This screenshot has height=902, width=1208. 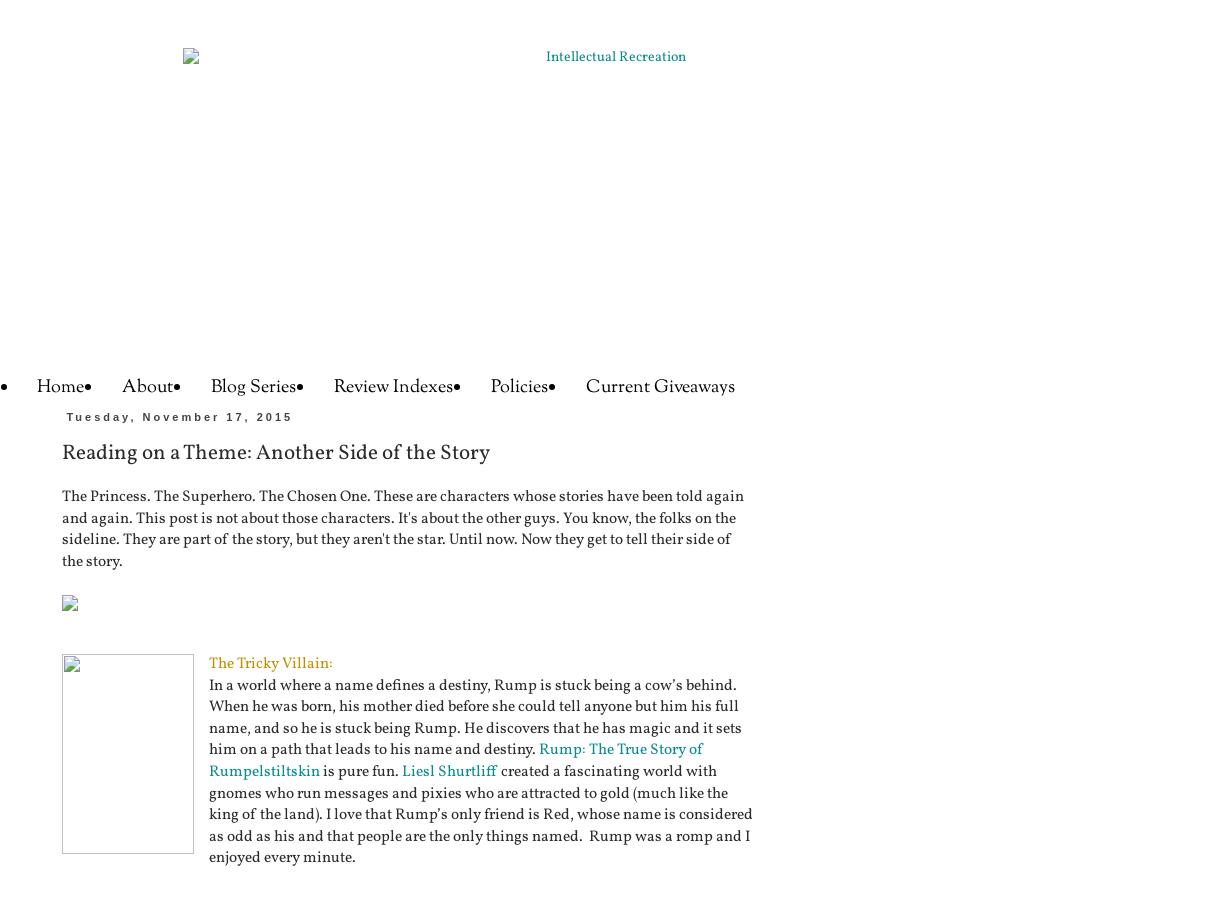 I want to click on 'created a fascinating world with gnomes who run messages and pixies who are attracted to gold (much like the king of the land). I love that Rump’s only friend is Red, whose name is considered as odd as his and that people are the only things named.  Rump was a romp and I enjoyed every minute.', so click(x=481, y=813).